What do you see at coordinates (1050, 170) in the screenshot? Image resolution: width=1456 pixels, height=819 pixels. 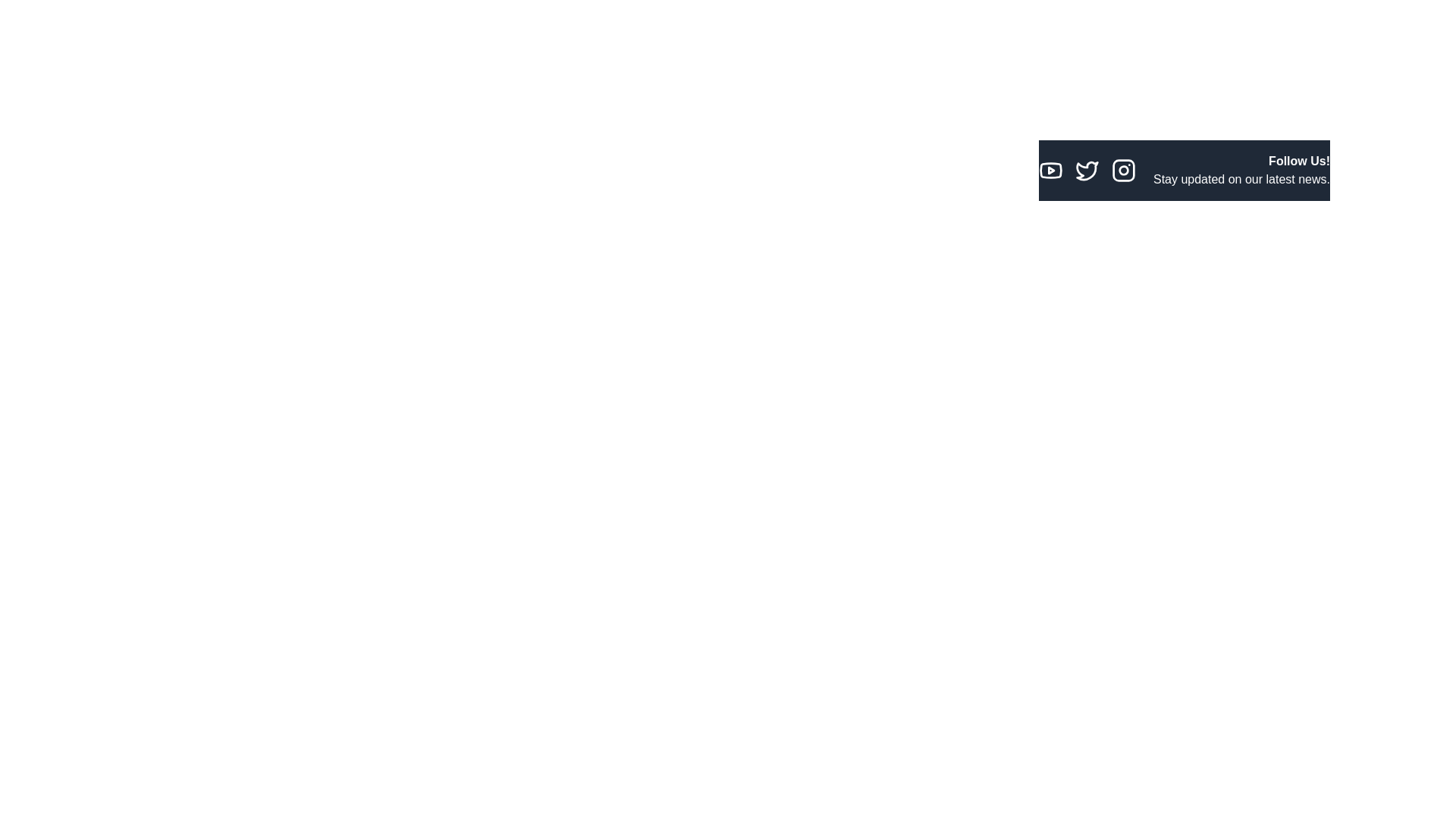 I see `the YouTube icon, which is the first in a horizontal row of social media icons` at bounding box center [1050, 170].